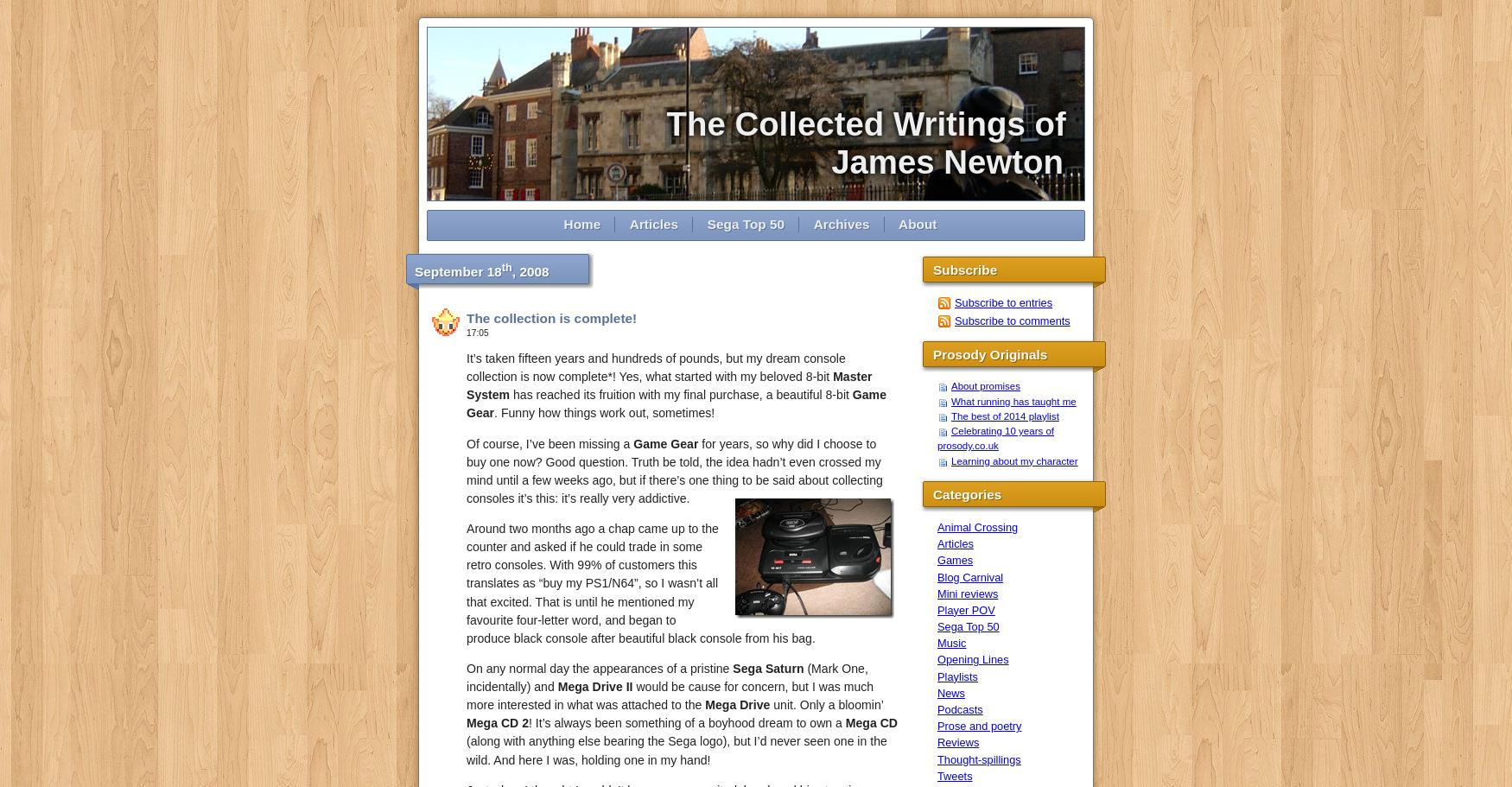 This screenshot has width=1512, height=787. Describe the element at coordinates (466, 695) in the screenshot. I see `'would be cause for concern, but I was much more interested in what was attached to the'` at that location.